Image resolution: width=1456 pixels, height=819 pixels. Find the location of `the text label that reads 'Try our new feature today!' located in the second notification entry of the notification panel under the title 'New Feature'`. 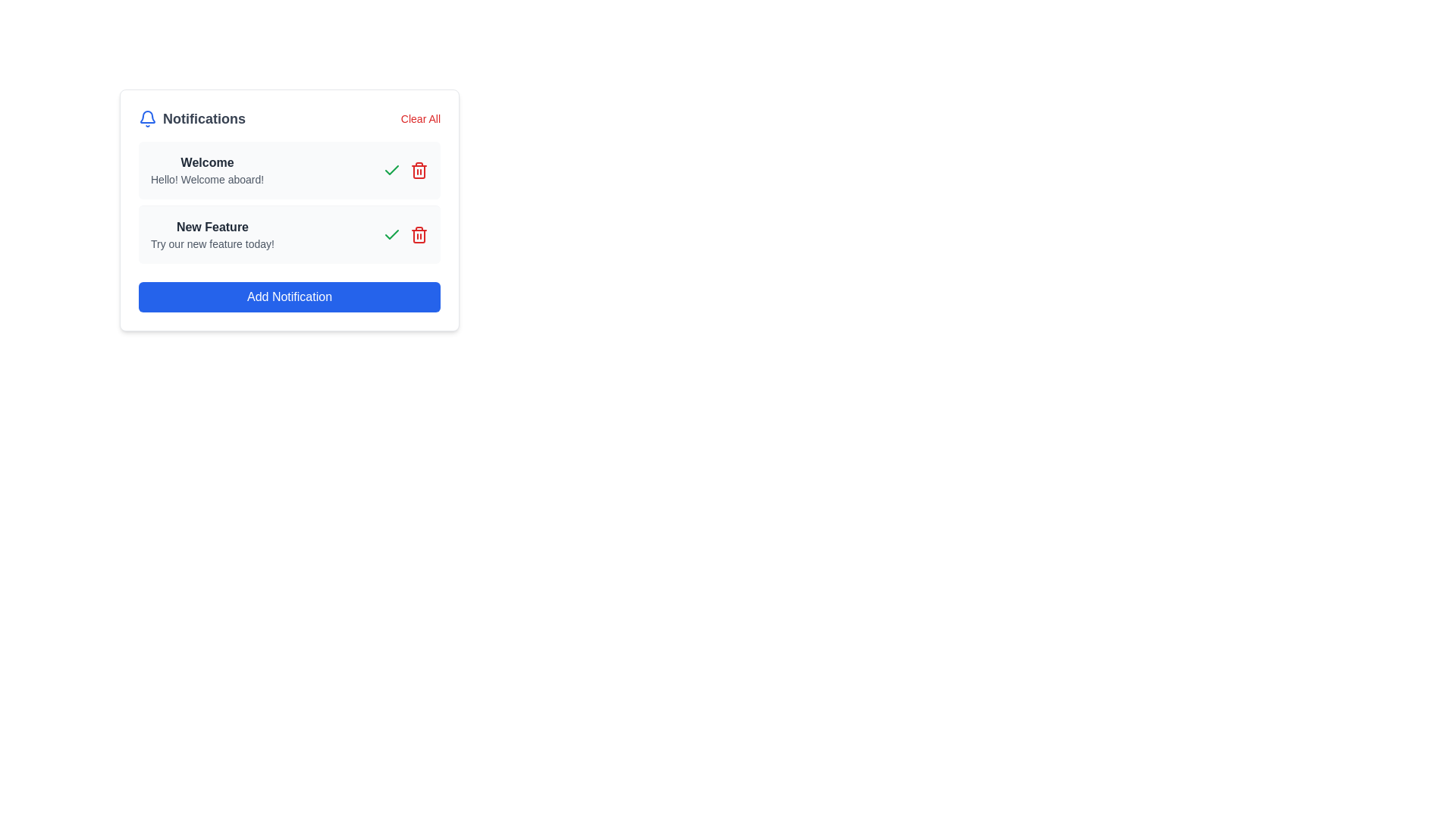

the text label that reads 'Try our new feature today!' located in the second notification entry of the notification panel under the title 'New Feature' is located at coordinates (212, 243).